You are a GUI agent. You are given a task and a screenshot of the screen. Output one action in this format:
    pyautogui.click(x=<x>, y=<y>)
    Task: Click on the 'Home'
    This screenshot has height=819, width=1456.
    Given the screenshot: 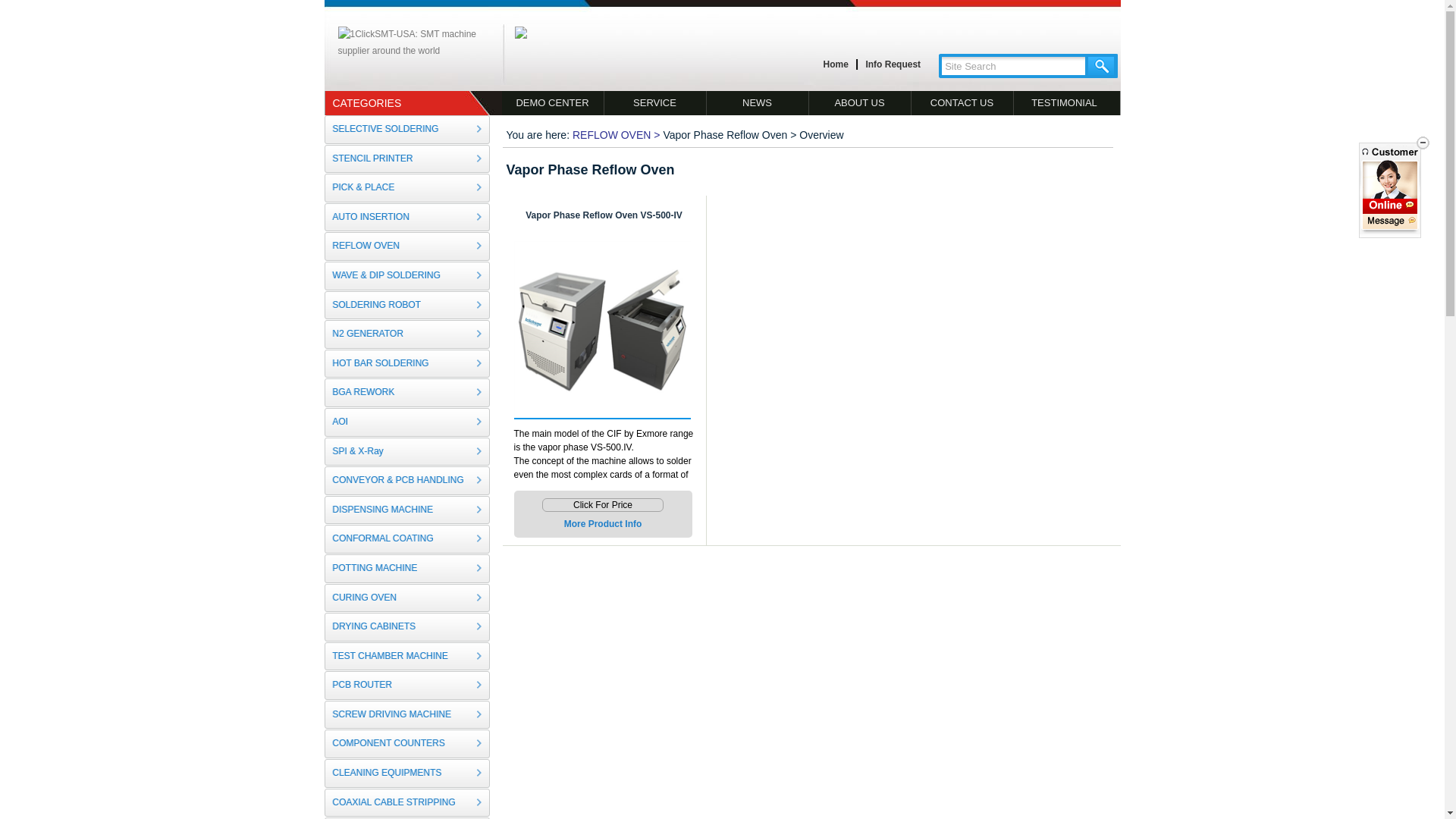 What is the action you would take?
    pyautogui.click(x=834, y=64)
    